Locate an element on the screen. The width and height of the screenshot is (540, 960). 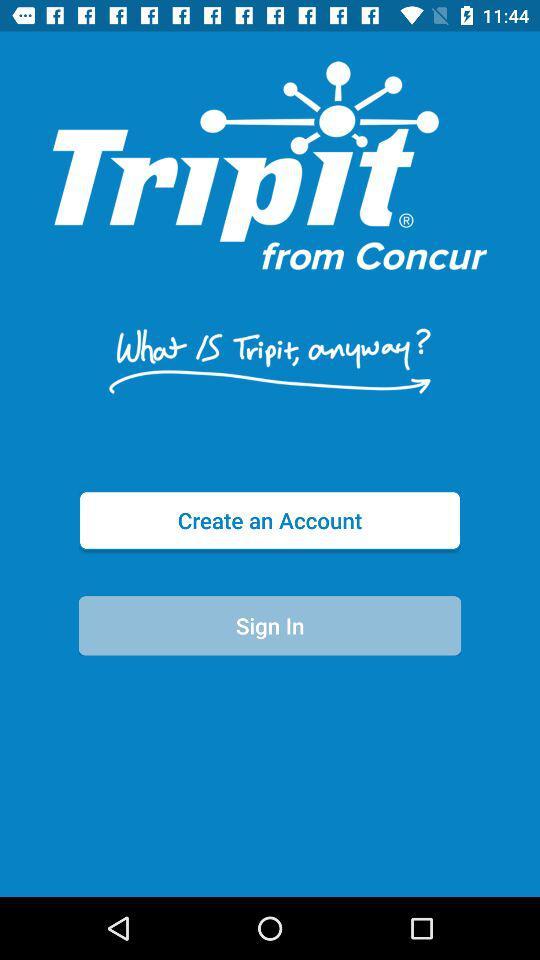
the item above create an account is located at coordinates (269, 360).